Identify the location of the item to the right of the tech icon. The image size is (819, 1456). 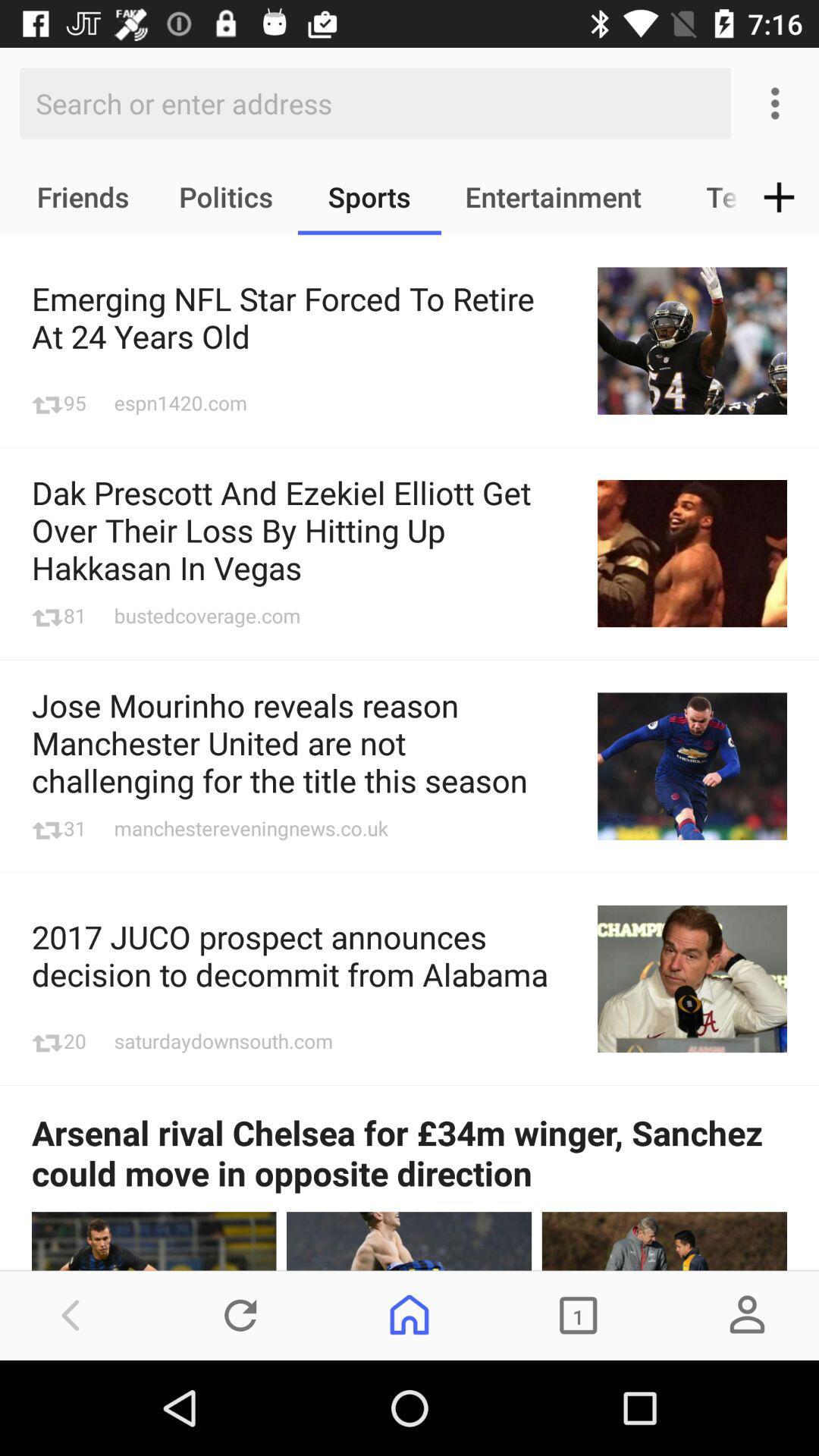
(779, 196).